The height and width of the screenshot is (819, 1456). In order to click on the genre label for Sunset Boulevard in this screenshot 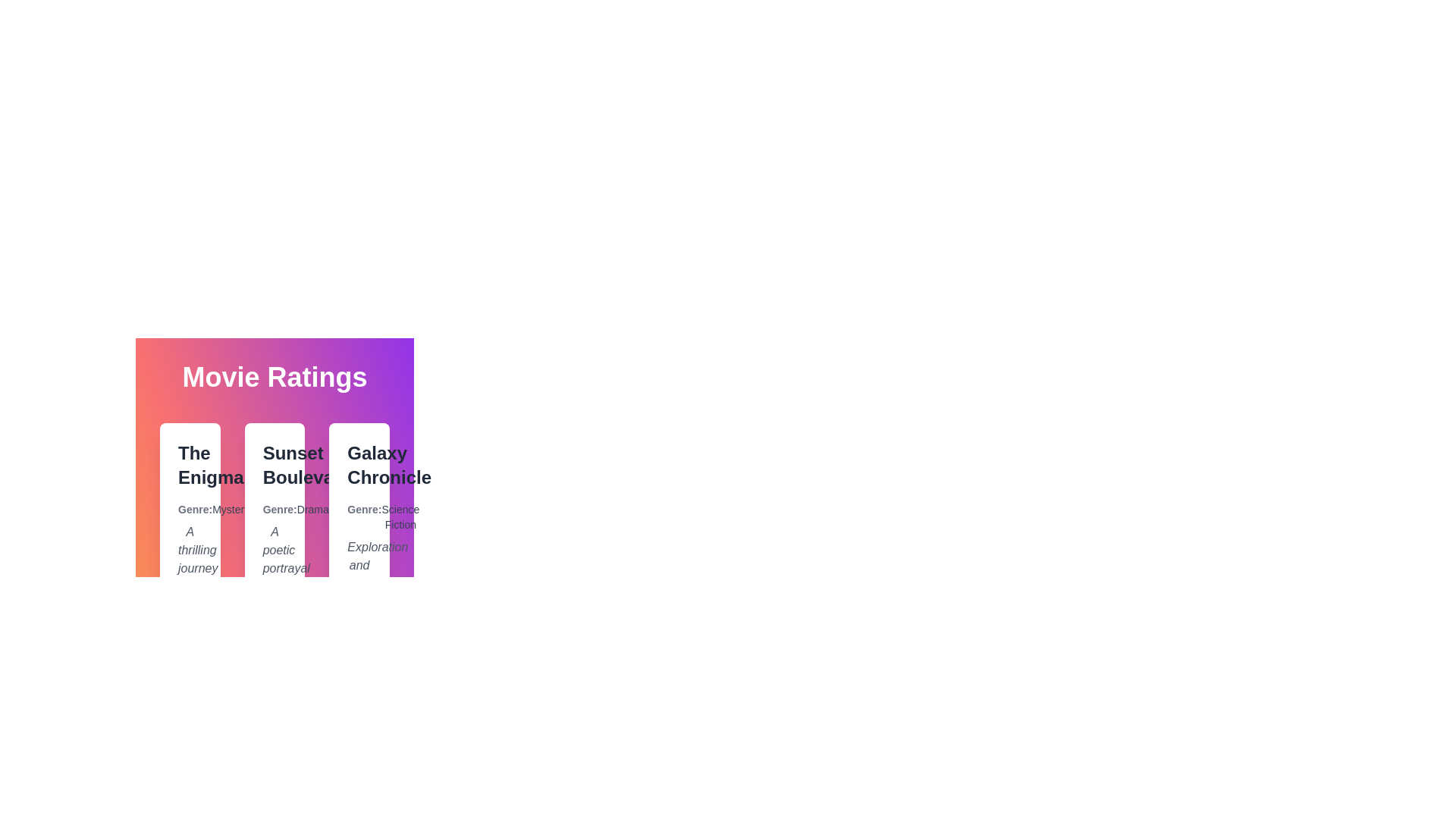, I will do `click(275, 509)`.